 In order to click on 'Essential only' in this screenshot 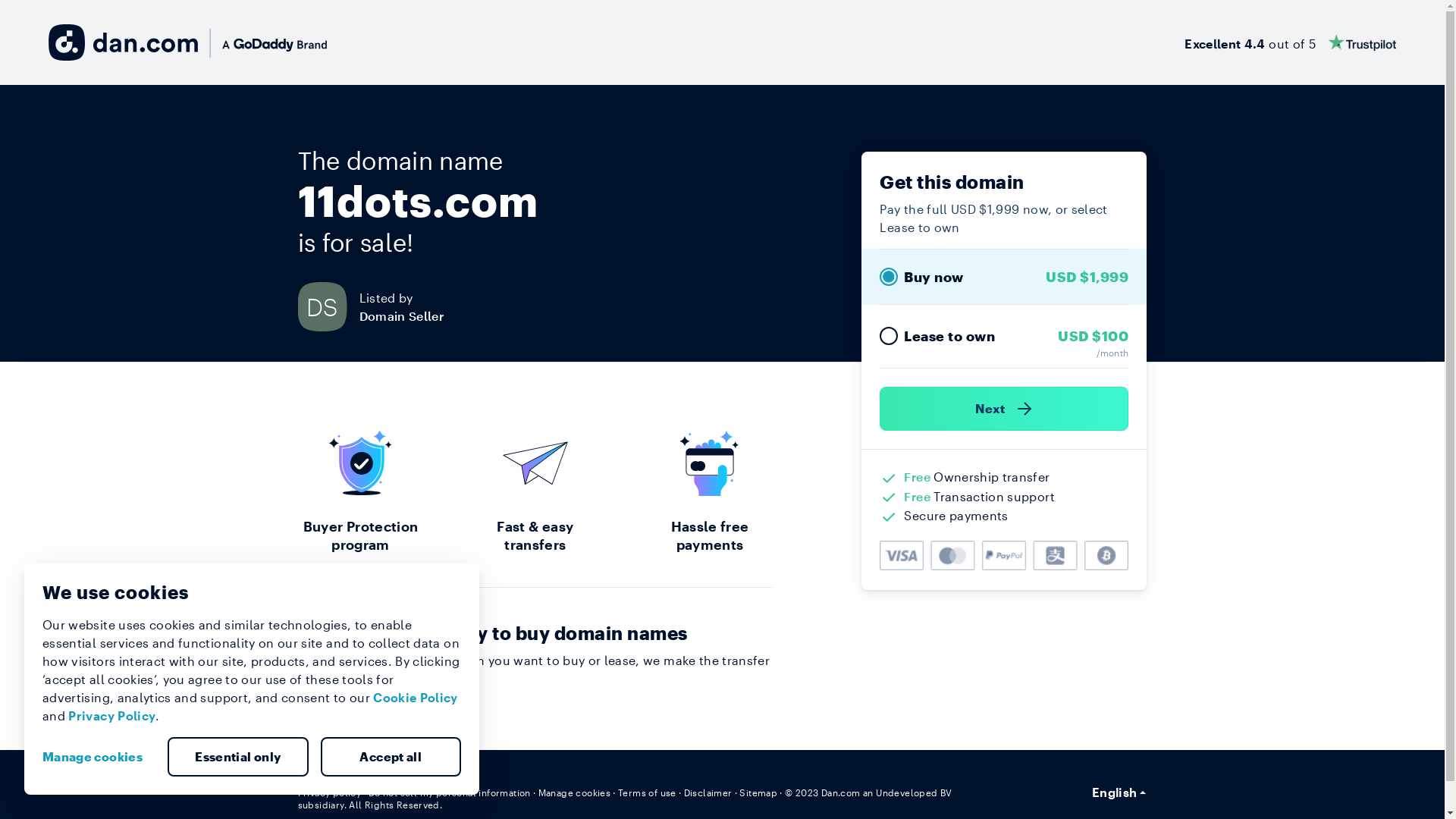, I will do `click(237, 757)`.